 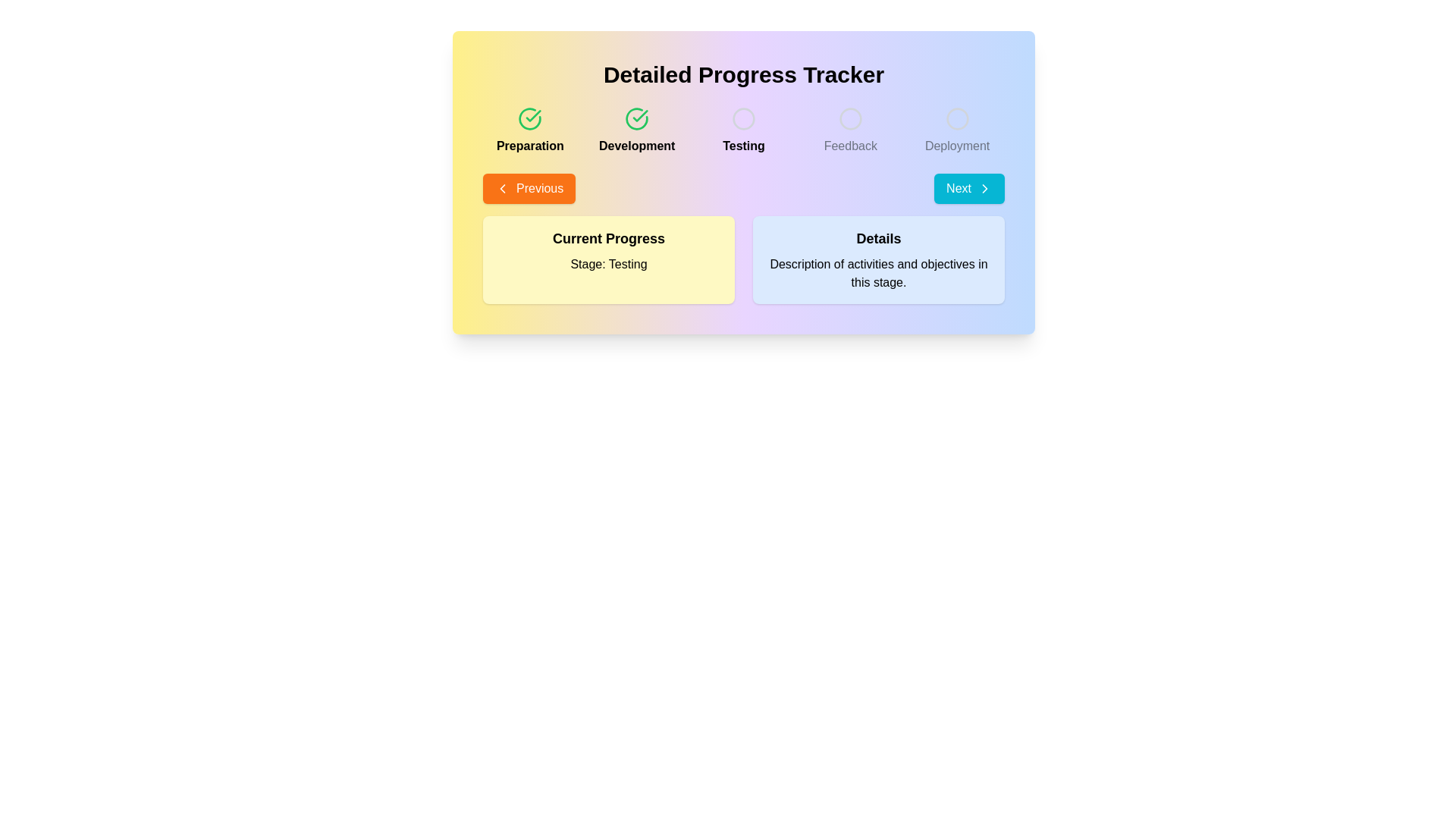 What do you see at coordinates (743, 130) in the screenshot?
I see `the 'Testing' phase step indicator in the progress tracker, which is the third step between 'Development' and 'Feedback'` at bounding box center [743, 130].